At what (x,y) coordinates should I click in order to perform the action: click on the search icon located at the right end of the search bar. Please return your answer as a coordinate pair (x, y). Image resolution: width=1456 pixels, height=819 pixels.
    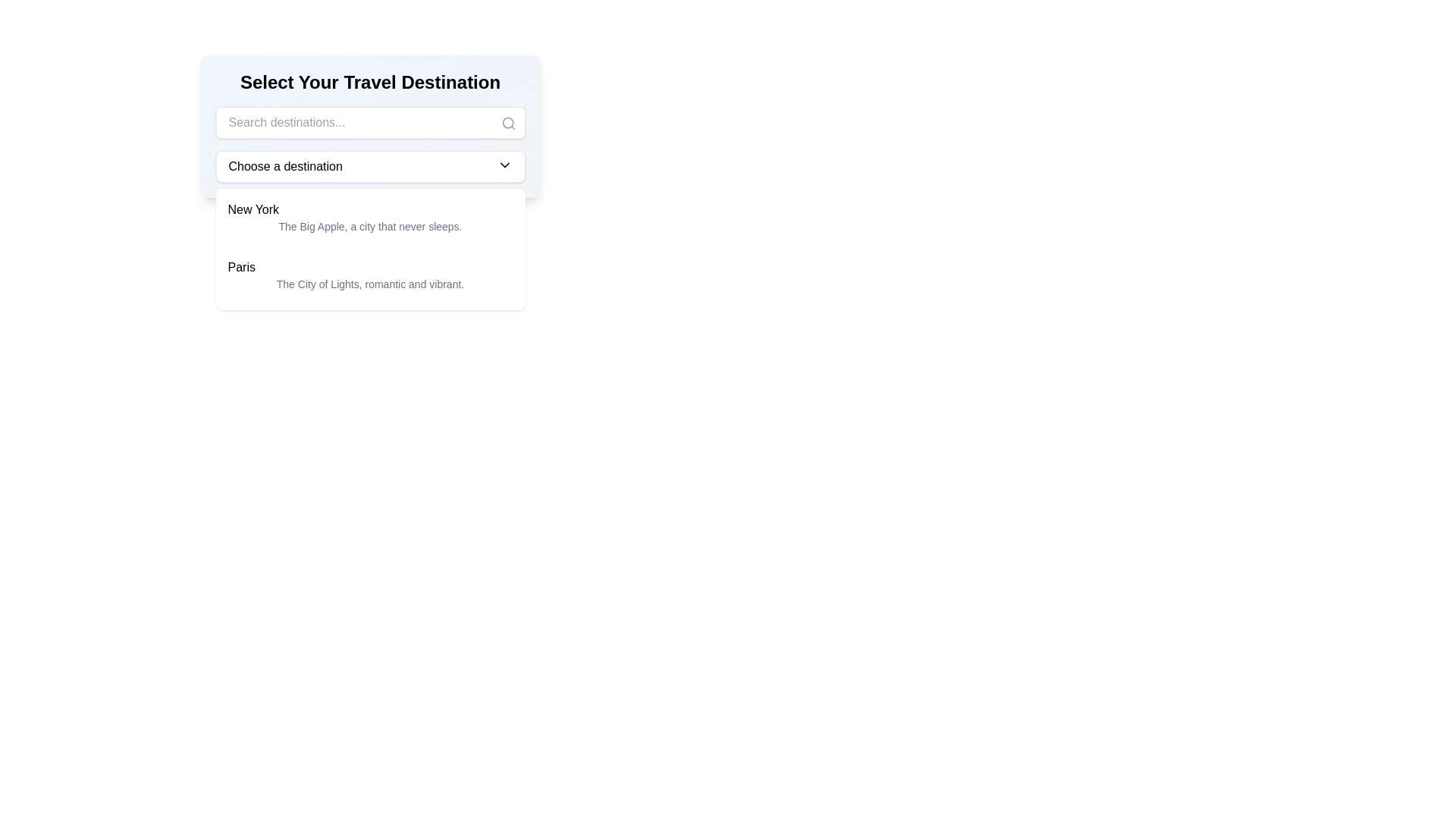
    Looking at the image, I should click on (508, 122).